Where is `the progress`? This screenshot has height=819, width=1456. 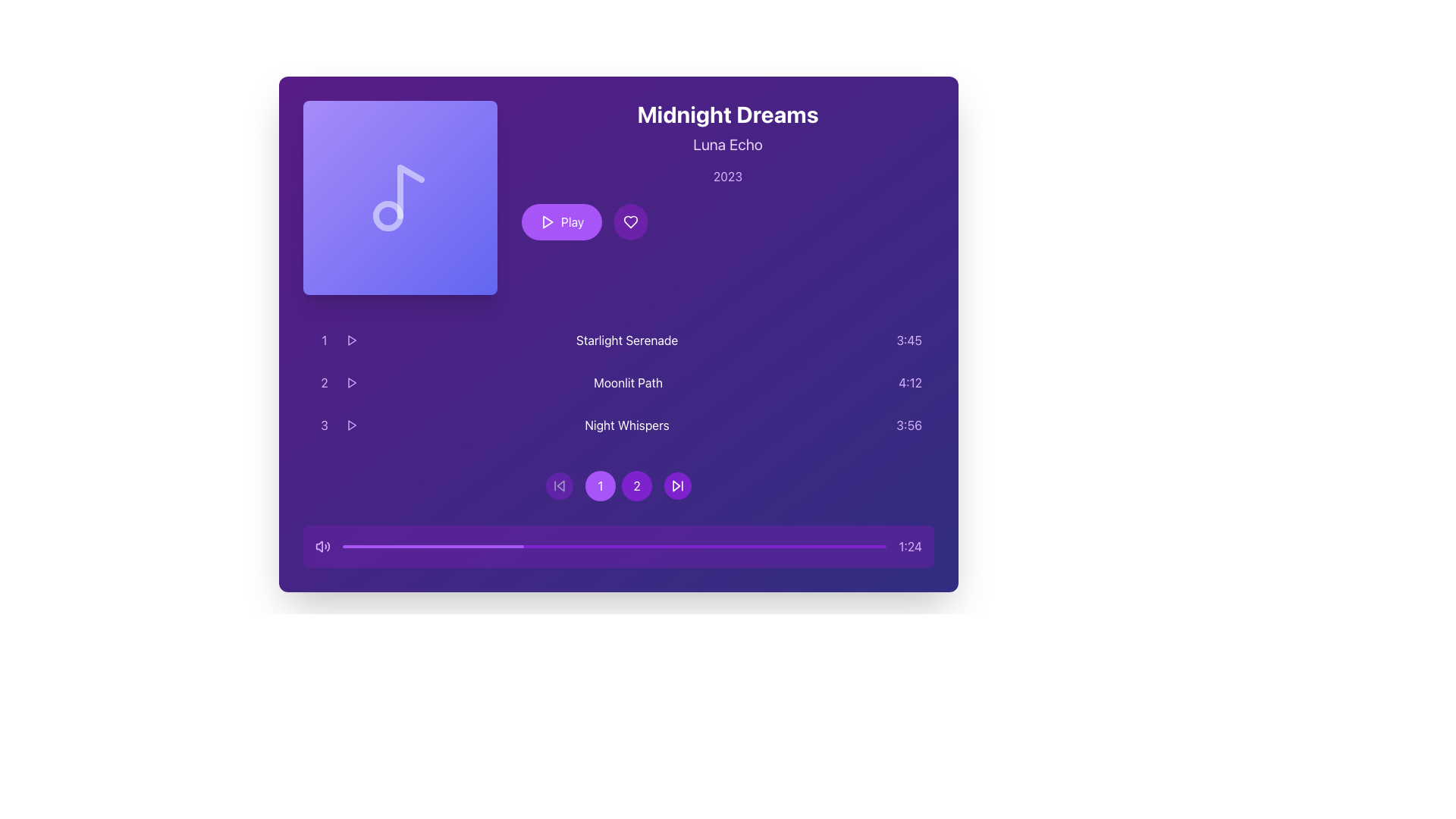 the progress is located at coordinates (372, 547).